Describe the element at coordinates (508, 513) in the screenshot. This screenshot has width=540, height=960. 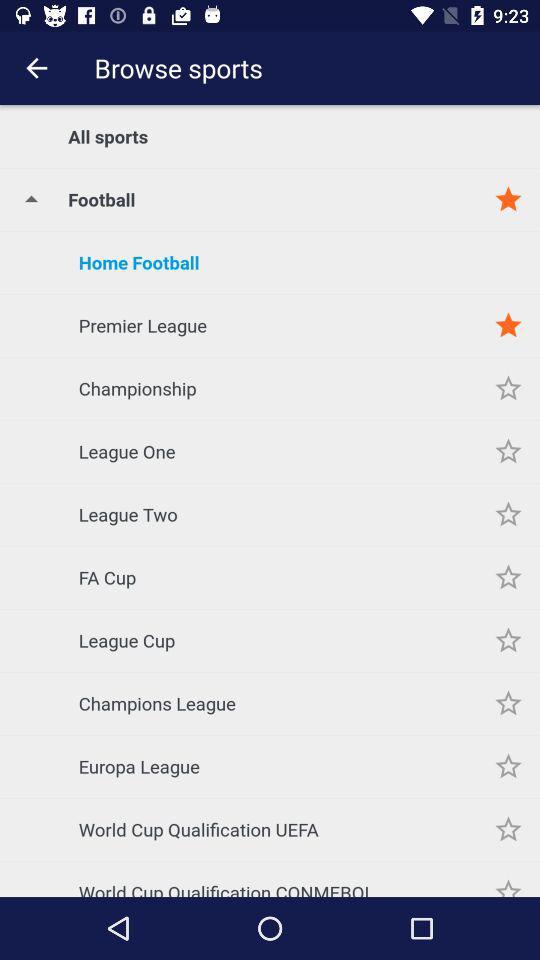
I see `league two` at that location.